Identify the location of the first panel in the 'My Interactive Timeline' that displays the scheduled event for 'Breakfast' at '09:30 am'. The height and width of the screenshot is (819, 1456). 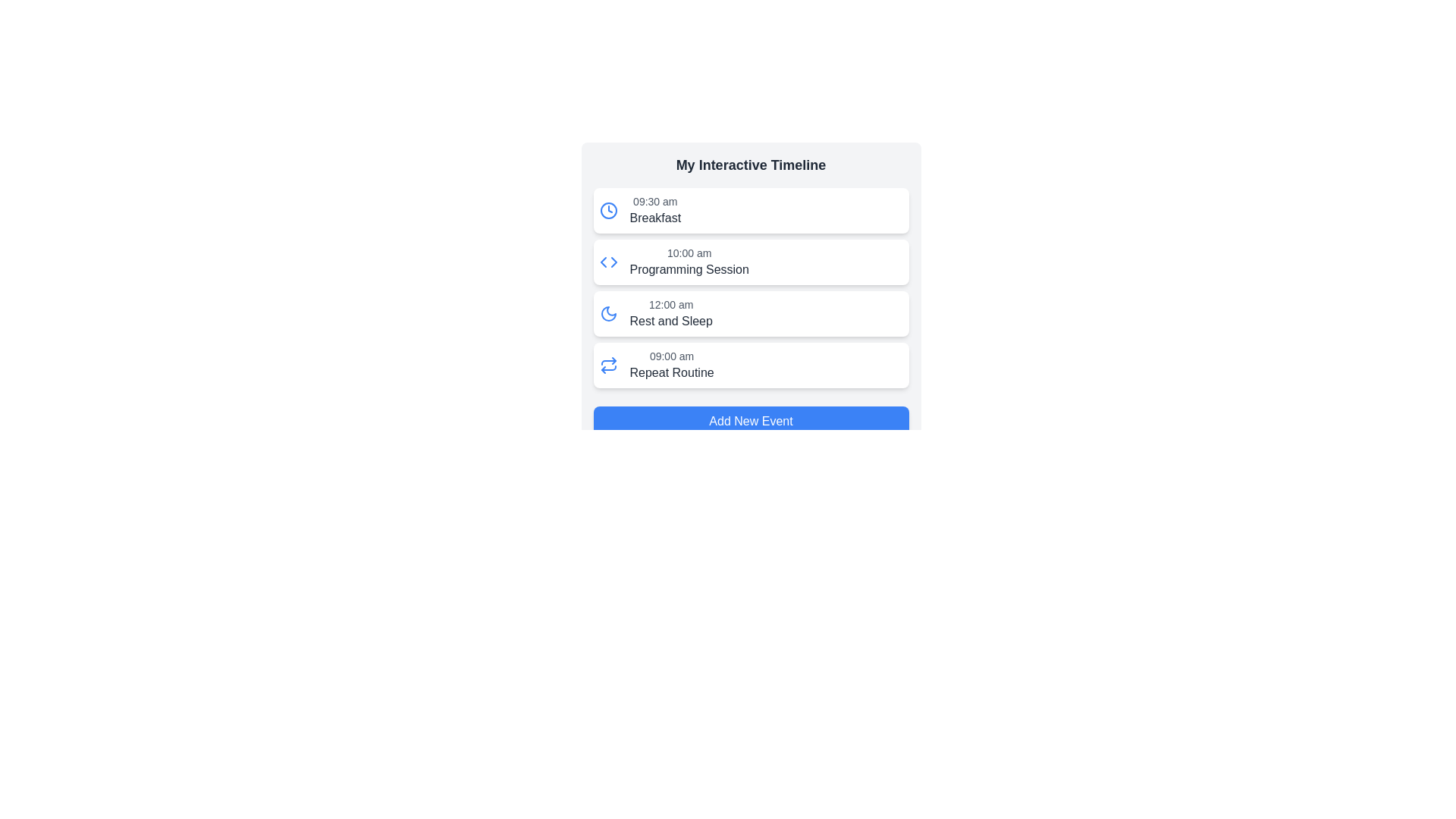
(751, 210).